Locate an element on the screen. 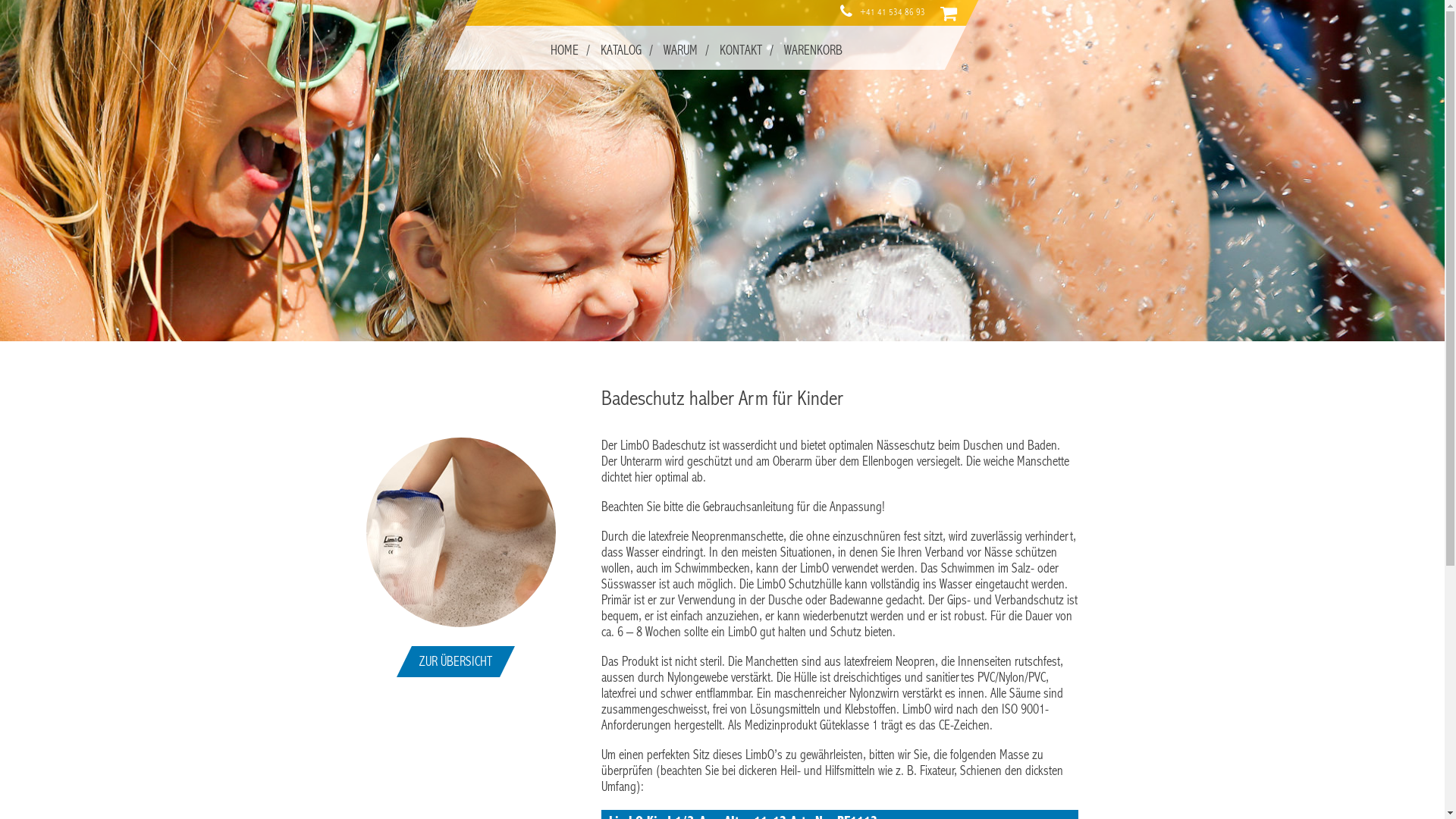 The height and width of the screenshot is (819, 1456). '+41 41 534 86 93' is located at coordinates (892, 12).